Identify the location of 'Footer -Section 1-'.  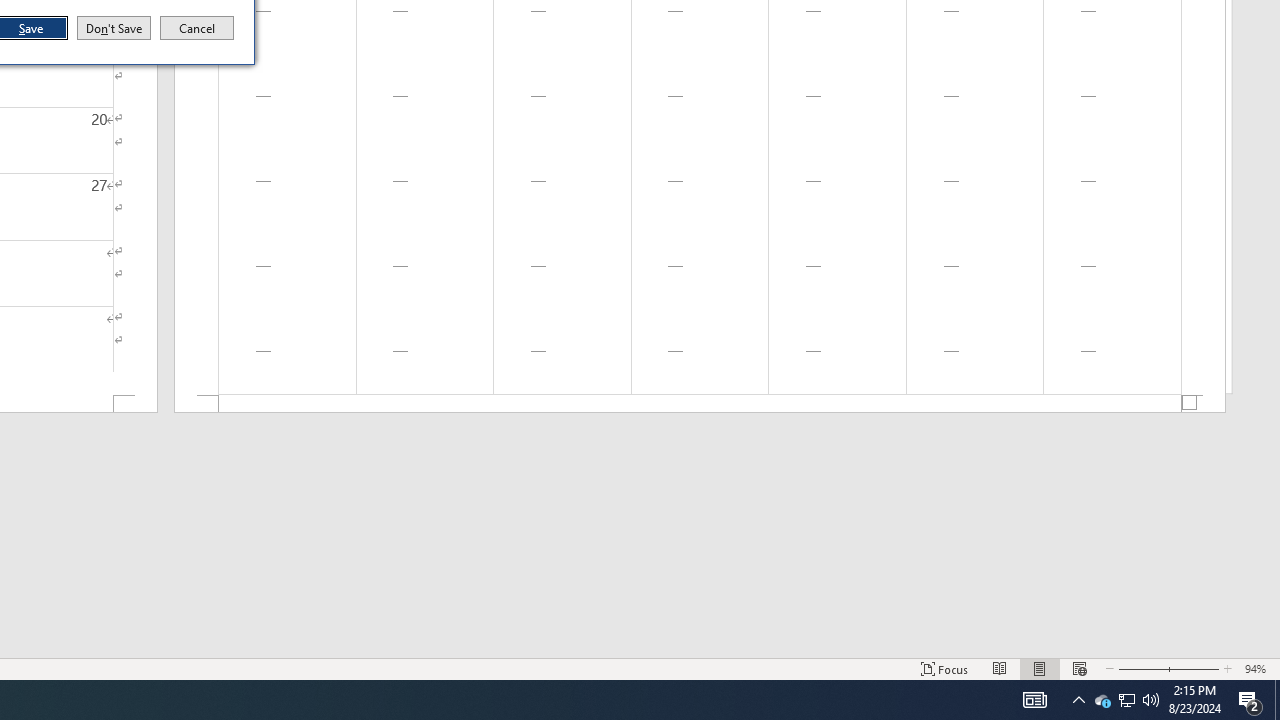
(700, 404).